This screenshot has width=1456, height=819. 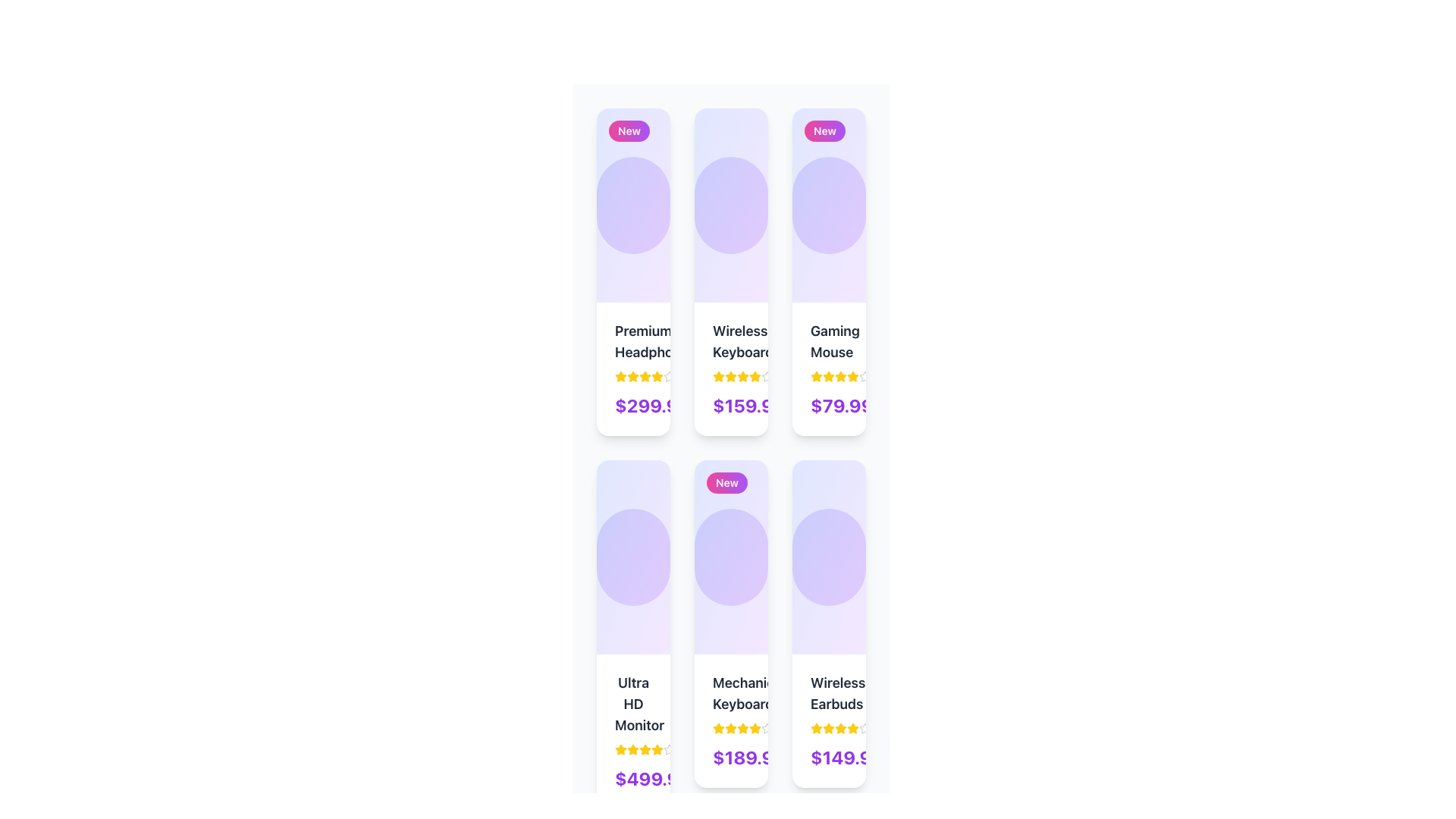 I want to click on the last product card in the third row of the grid layout, so click(x=828, y=635).